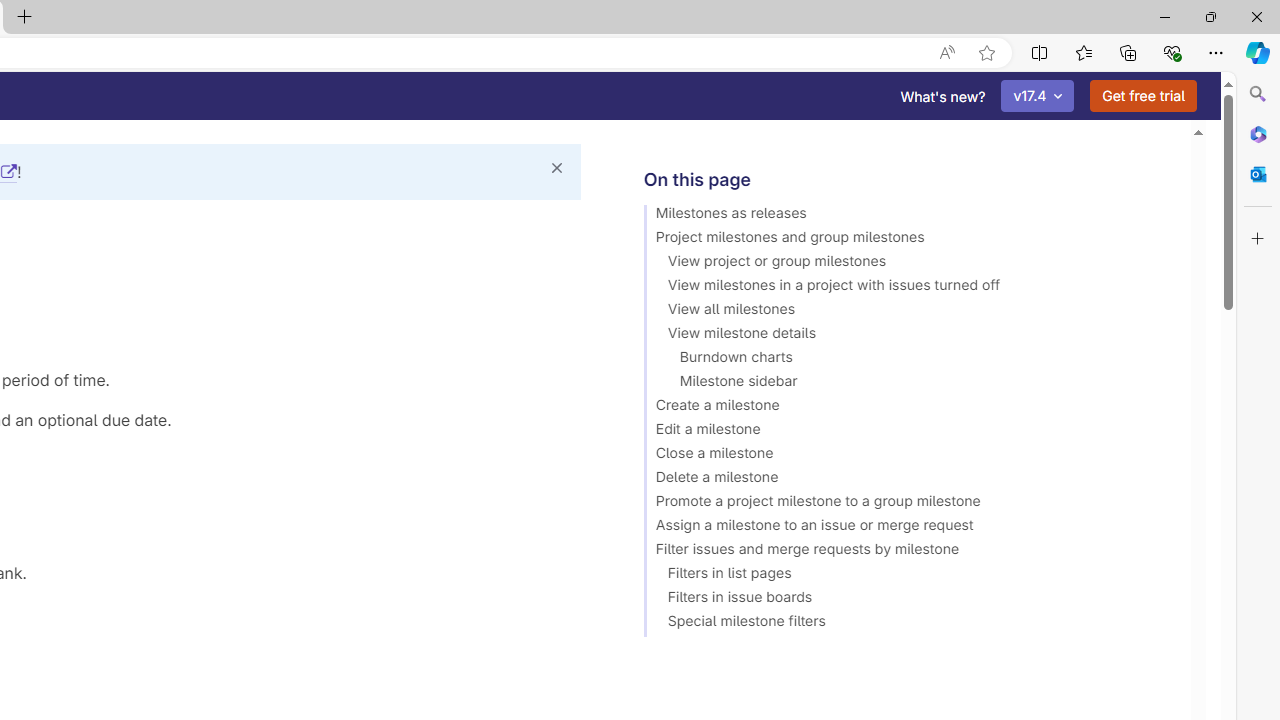  What do you see at coordinates (907, 384) in the screenshot?
I see `'Milestone sidebar'` at bounding box center [907, 384].